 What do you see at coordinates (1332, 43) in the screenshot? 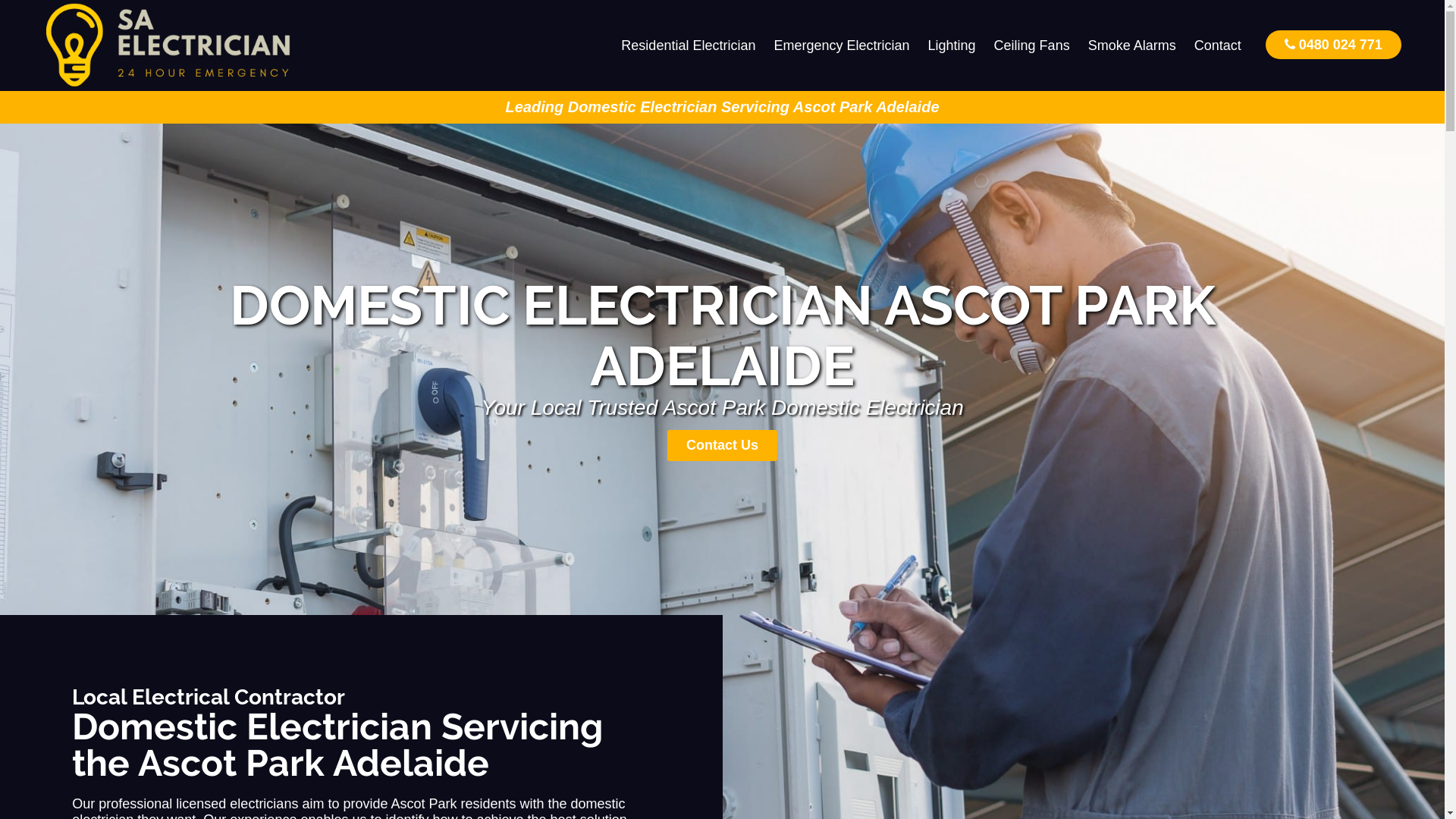
I see `'0480 024 771'` at bounding box center [1332, 43].